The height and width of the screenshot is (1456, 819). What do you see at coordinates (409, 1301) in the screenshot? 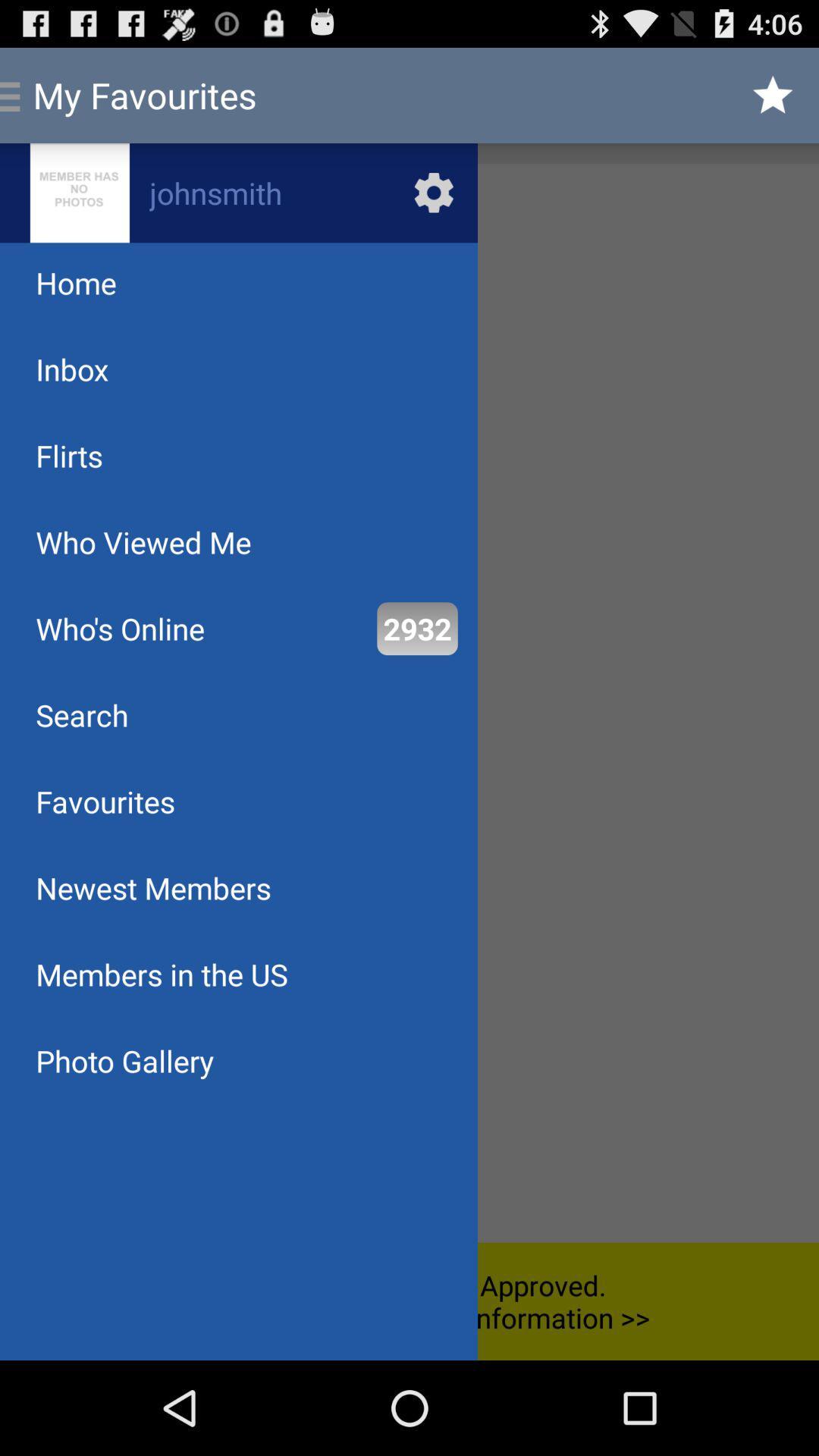
I see `the your profile is` at bounding box center [409, 1301].